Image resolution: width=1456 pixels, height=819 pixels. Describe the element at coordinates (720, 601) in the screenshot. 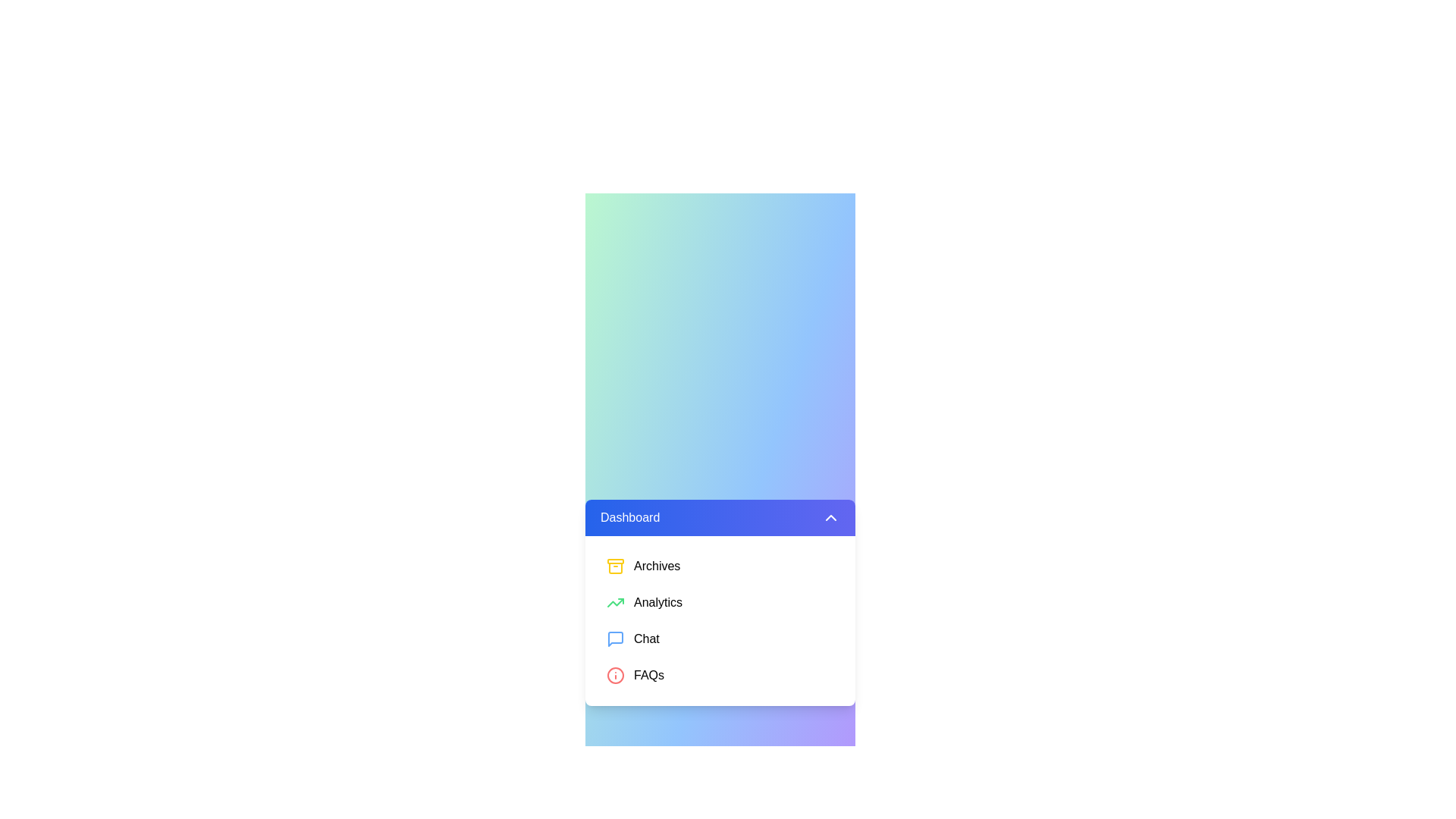

I see `the menu item Analytics` at that location.